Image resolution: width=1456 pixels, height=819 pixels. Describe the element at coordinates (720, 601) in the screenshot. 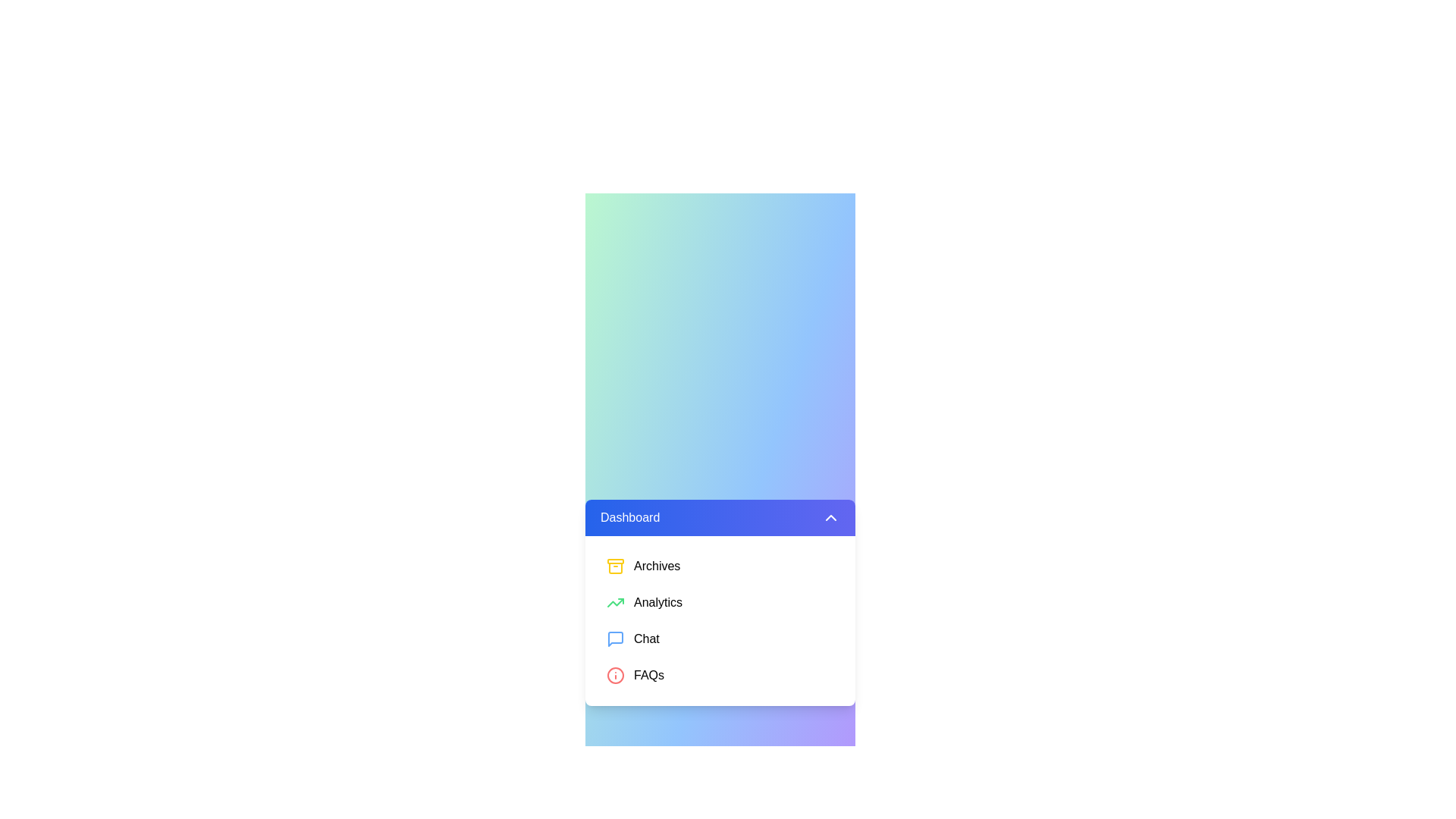

I see `the menu item Analytics` at that location.